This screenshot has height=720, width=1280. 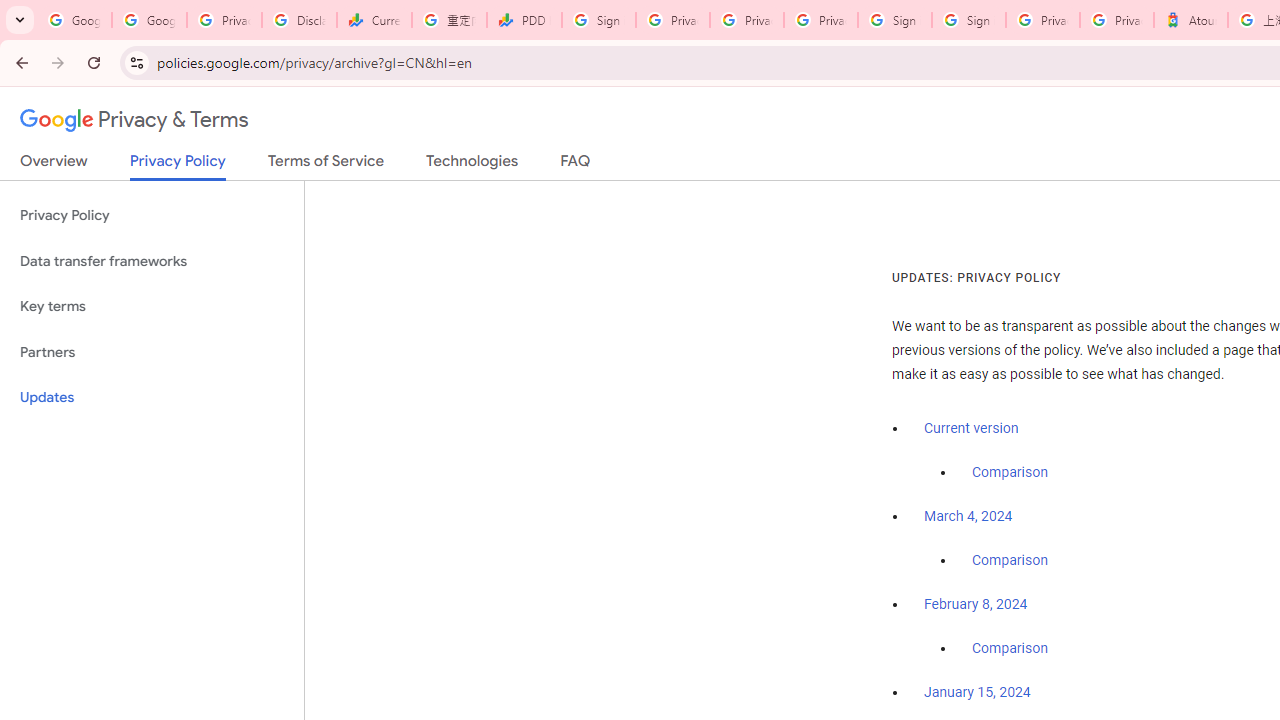 What do you see at coordinates (54, 164) in the screenshot?
I see `'Overview'` at bounding box center [54, 164].